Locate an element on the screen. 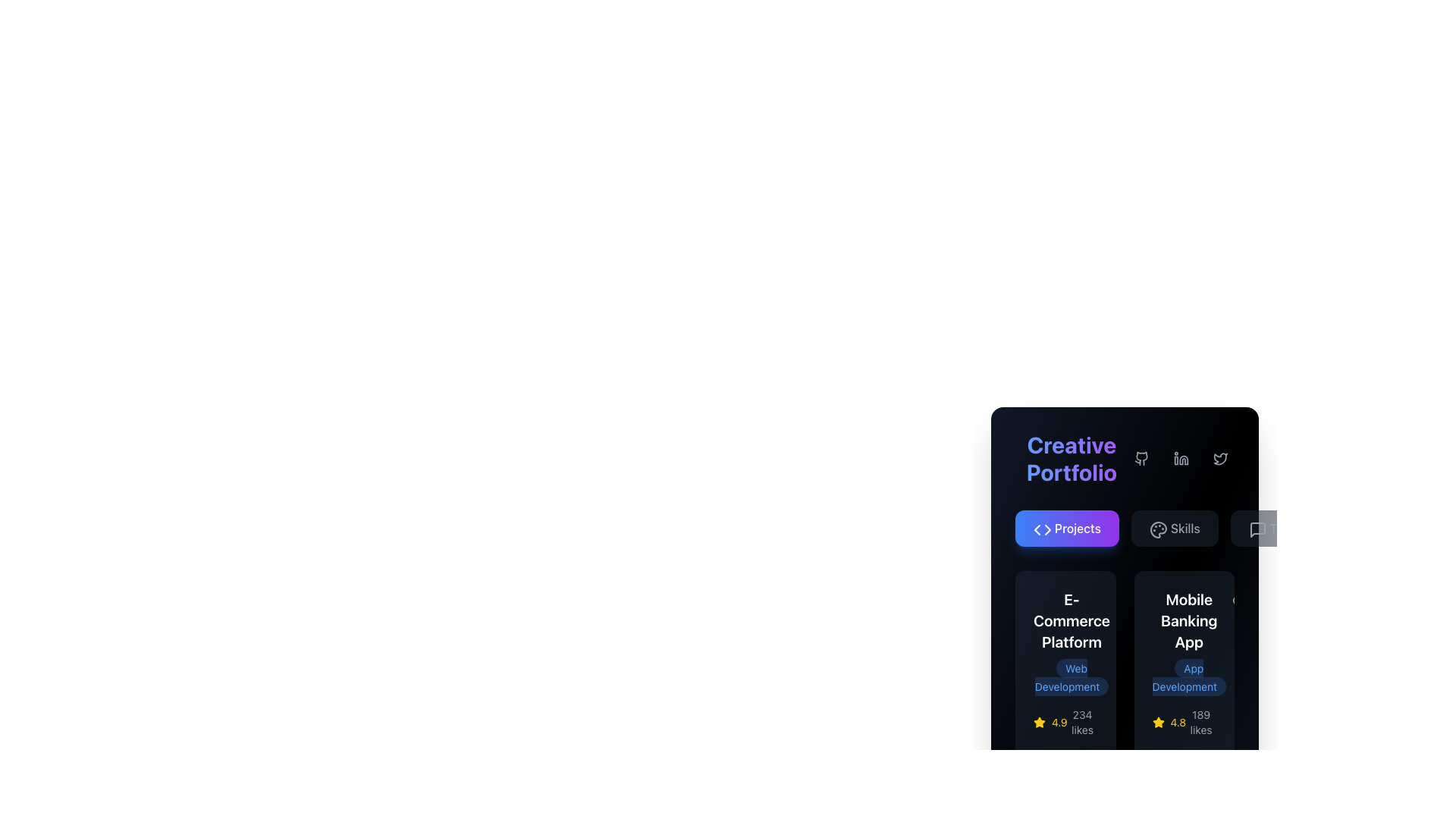  the 'Skills' text label is located at coordinates (1185, 528).